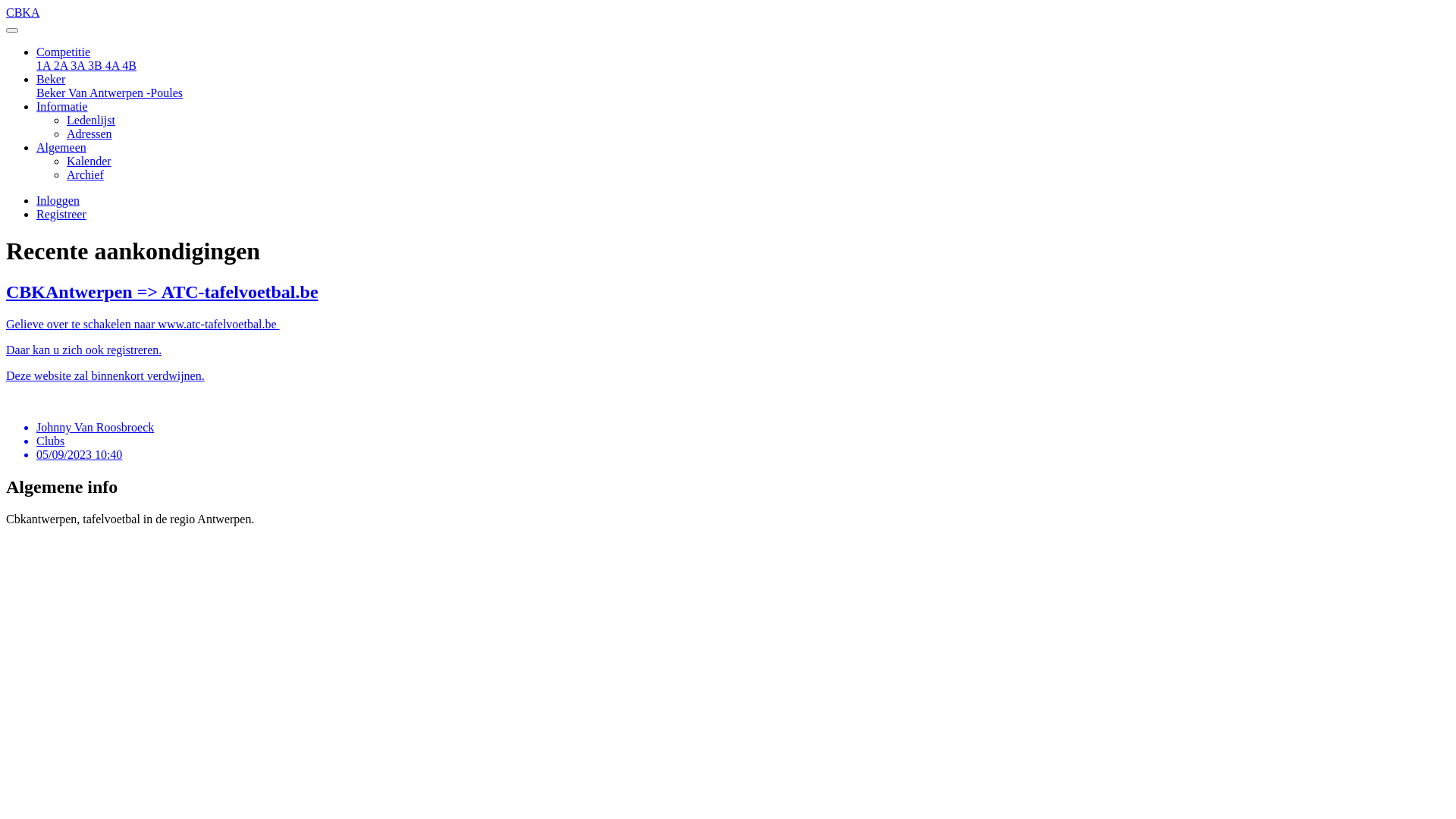  Describe the element at coordinates (105, 64) in the screenshot. I see `'4A'` at that location.